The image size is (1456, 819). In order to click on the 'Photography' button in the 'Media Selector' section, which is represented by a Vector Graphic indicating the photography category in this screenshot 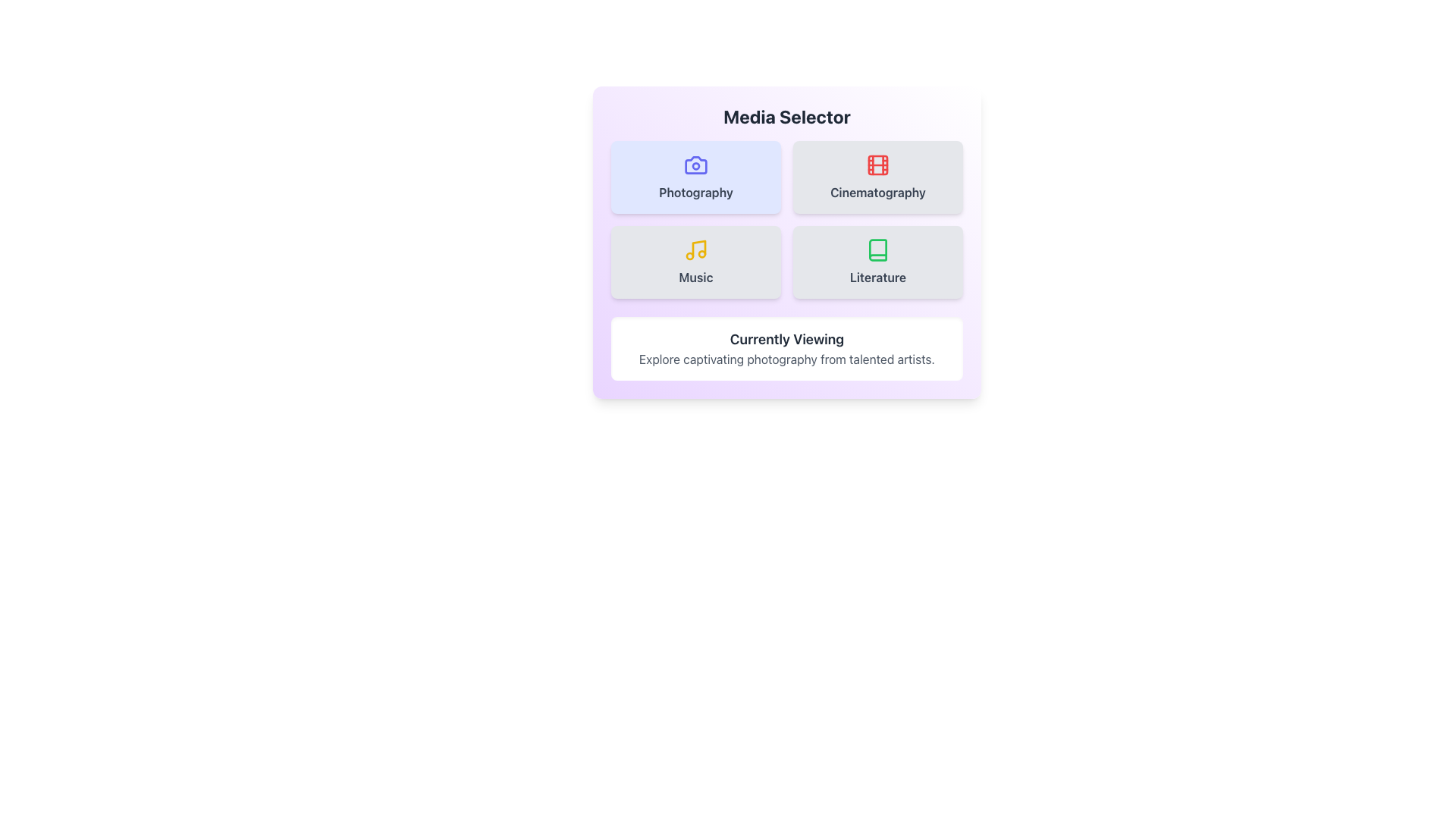, I will do `click(695, 165)`.